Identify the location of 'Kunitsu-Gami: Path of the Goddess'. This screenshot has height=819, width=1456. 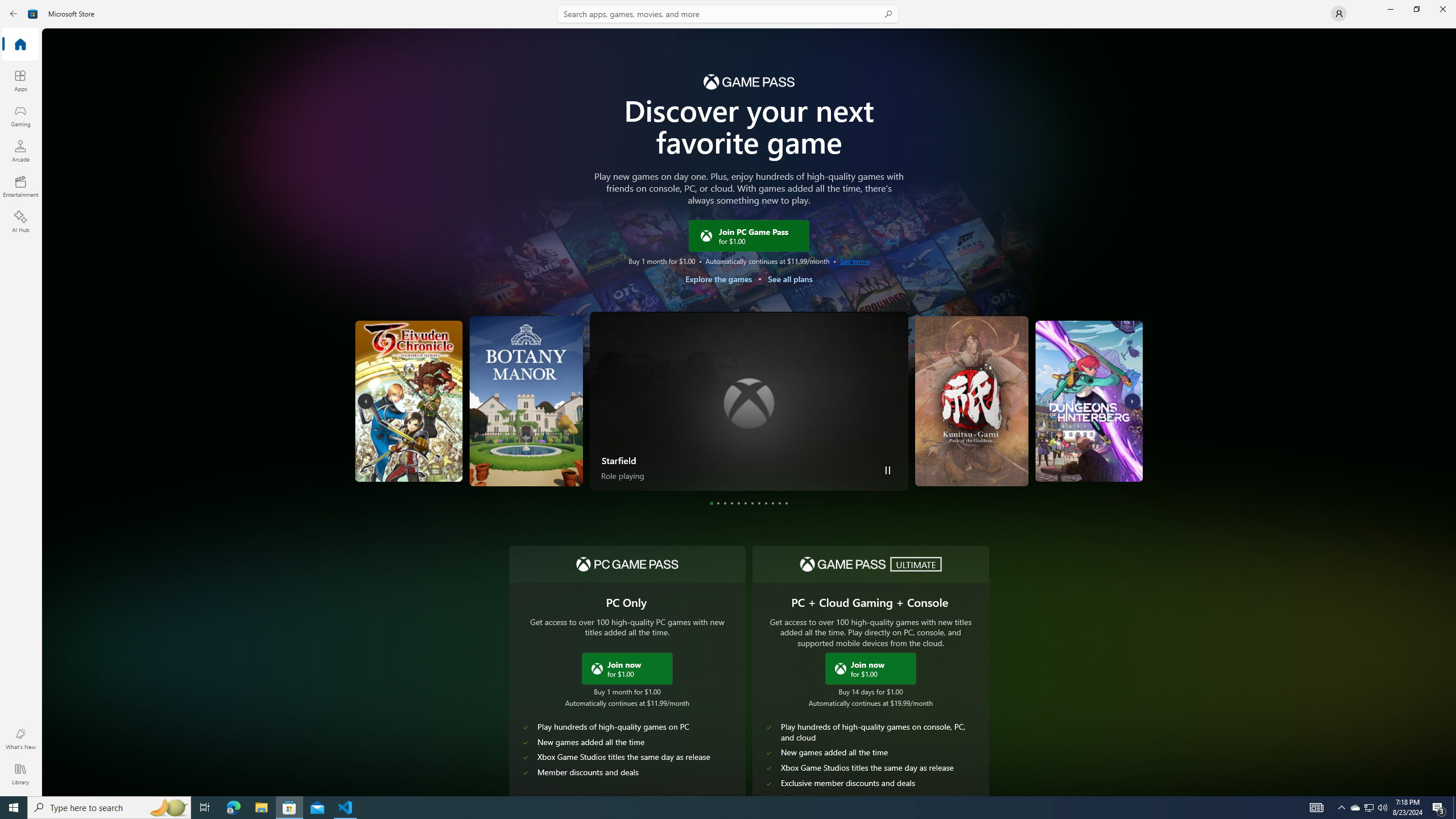
(974, 400).